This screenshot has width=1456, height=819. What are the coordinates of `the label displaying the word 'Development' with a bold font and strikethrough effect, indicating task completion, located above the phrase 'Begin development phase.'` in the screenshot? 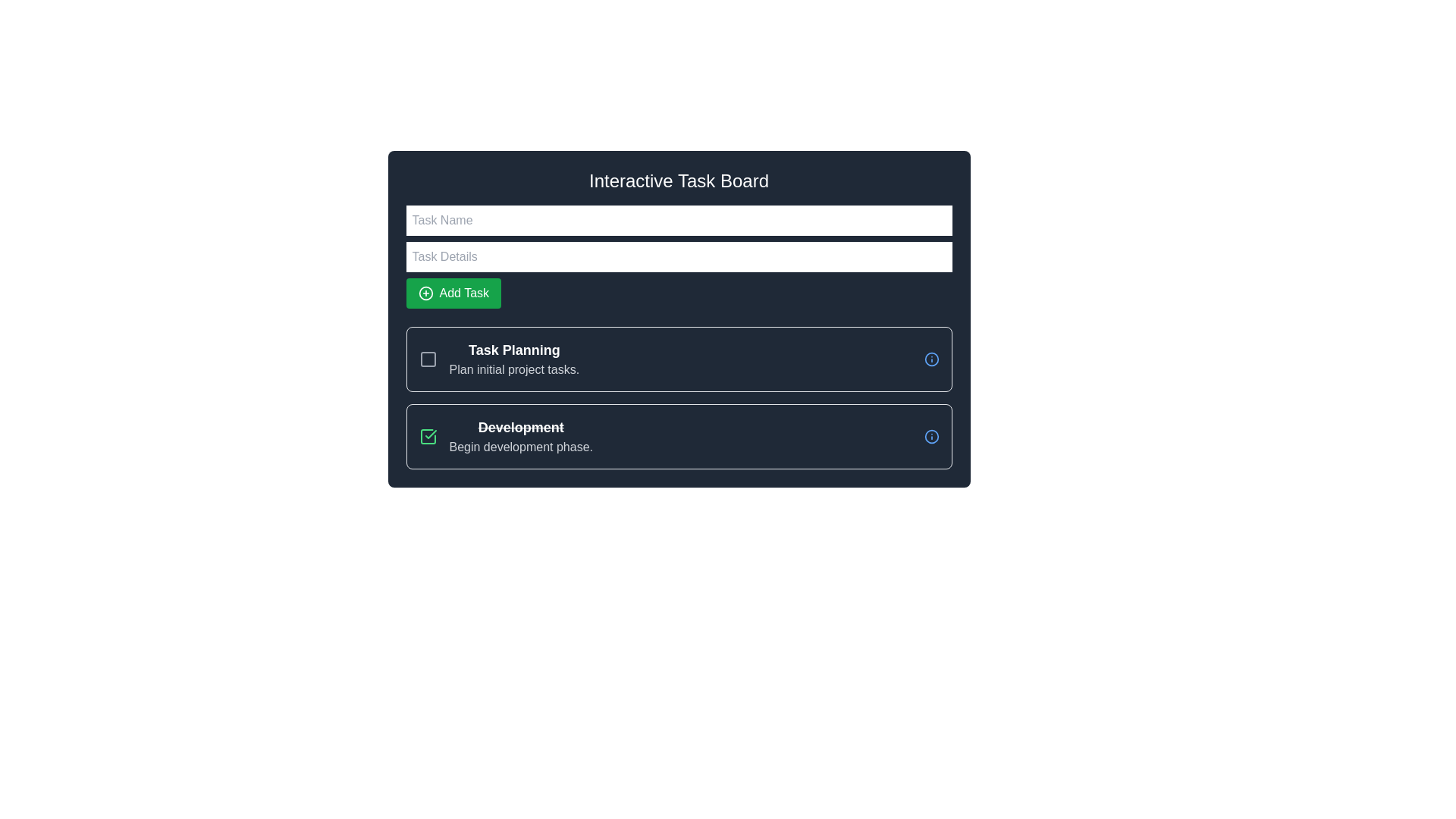 It's located at (521, 427).